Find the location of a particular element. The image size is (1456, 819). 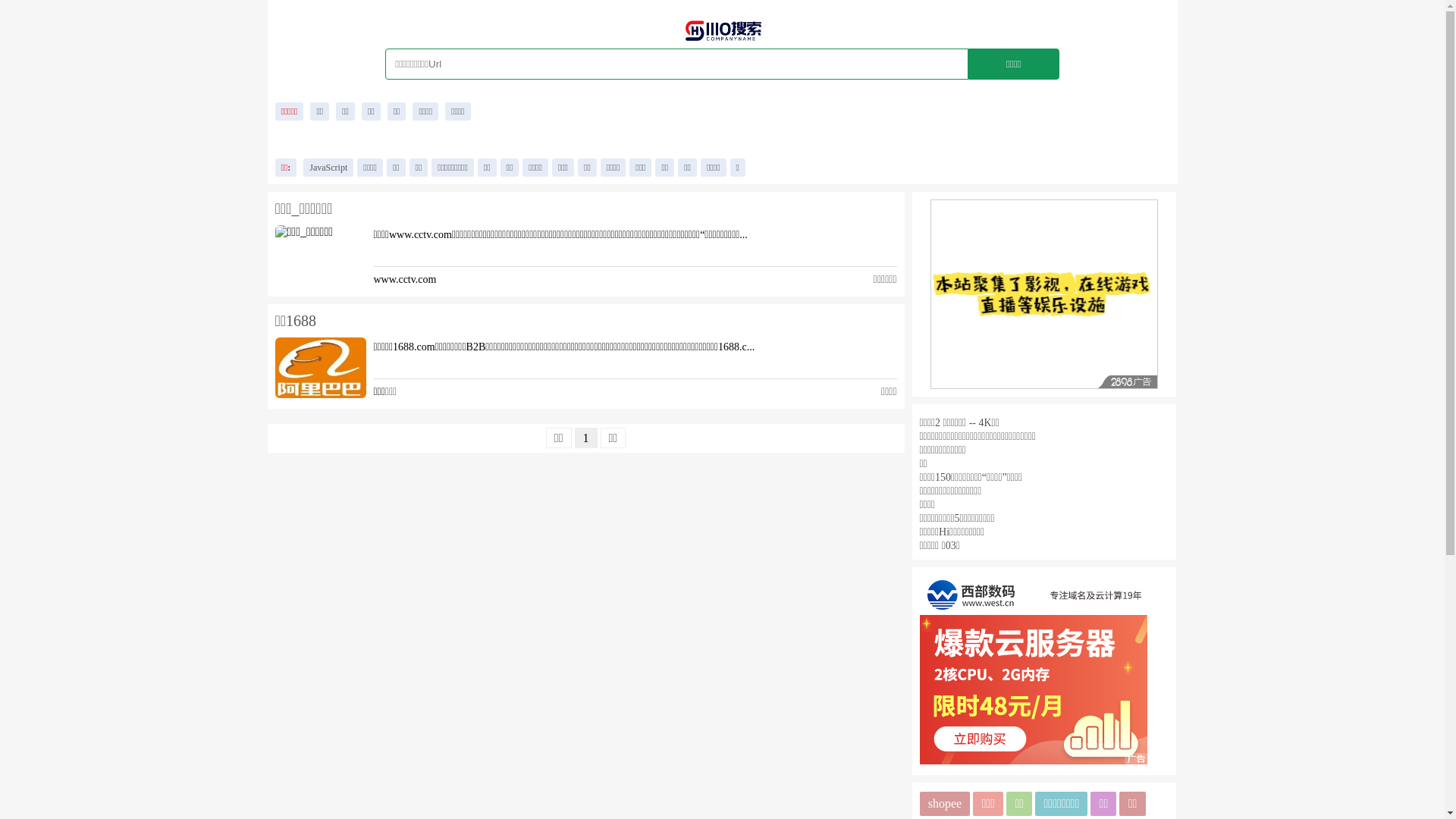

'JavaScript' is located at coordinates (327, 167).